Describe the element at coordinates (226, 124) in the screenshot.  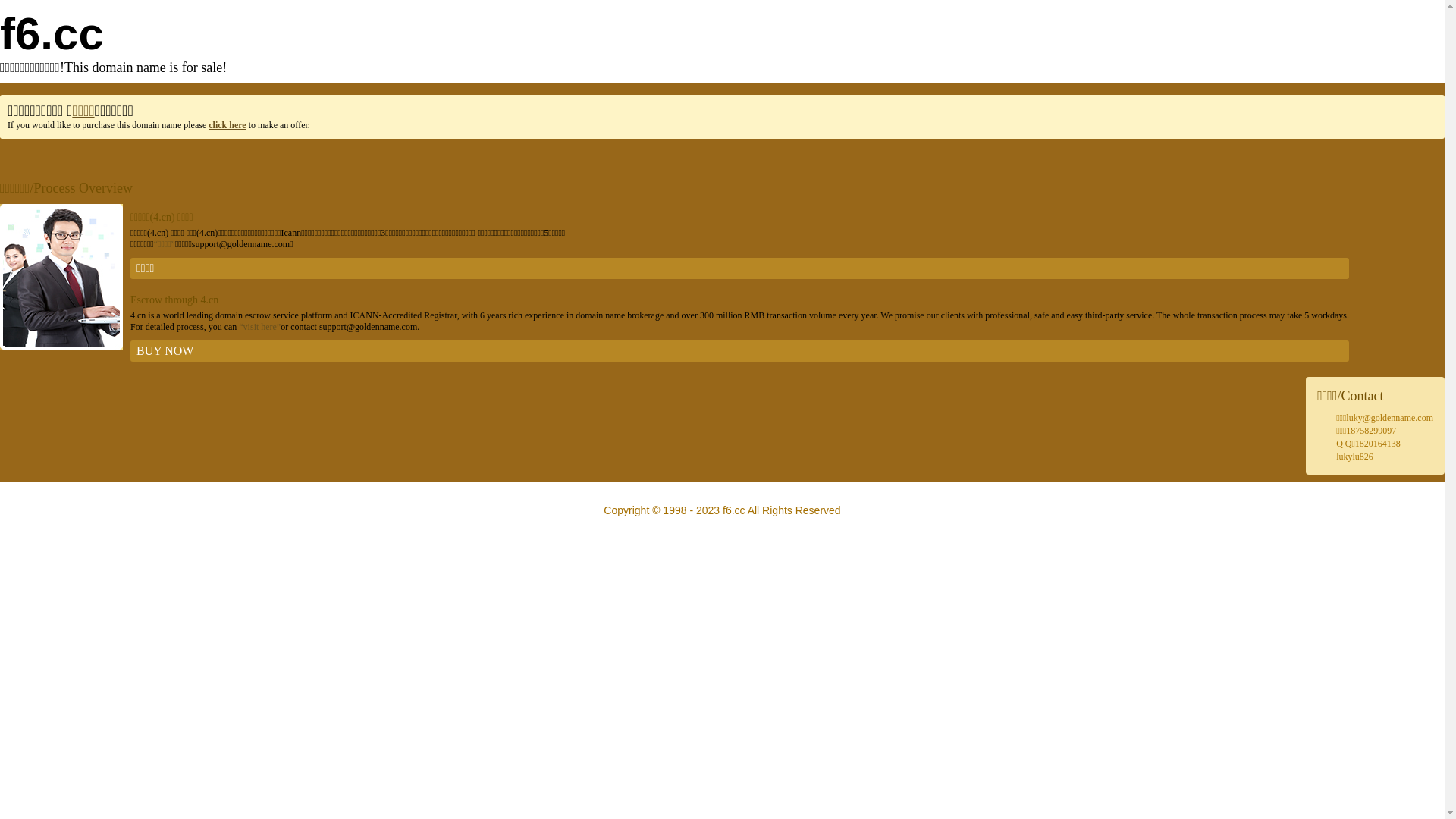
I see `'click here'` at that location.